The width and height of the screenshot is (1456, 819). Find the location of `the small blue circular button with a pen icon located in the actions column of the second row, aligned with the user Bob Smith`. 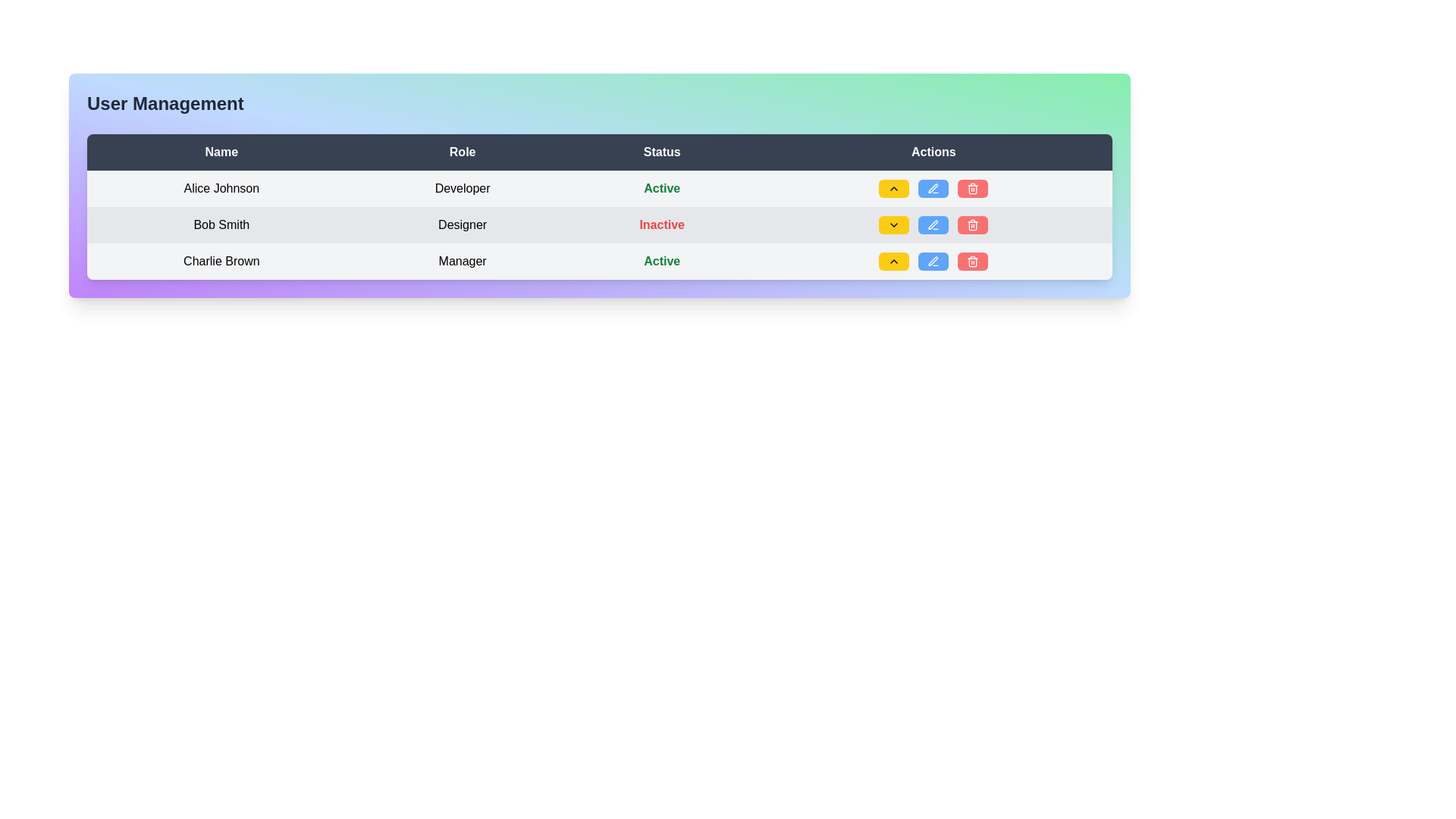

the small blue circular button with a pen icon located in the actions column of the second row, aligned with the user Bob Smith is located at coordinates (933, 187).